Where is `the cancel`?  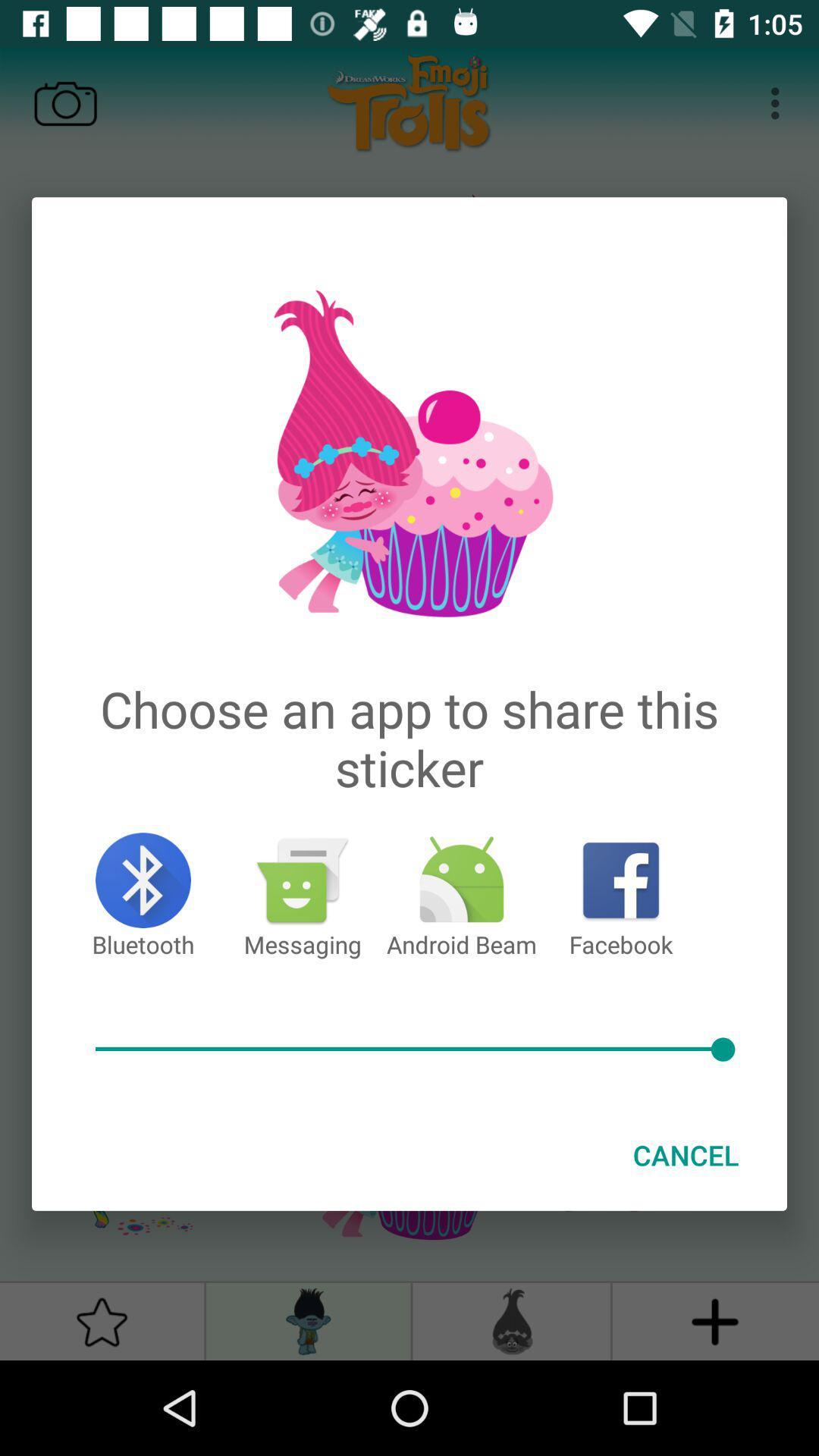
the cancel is located at coordinates (686, 1154).